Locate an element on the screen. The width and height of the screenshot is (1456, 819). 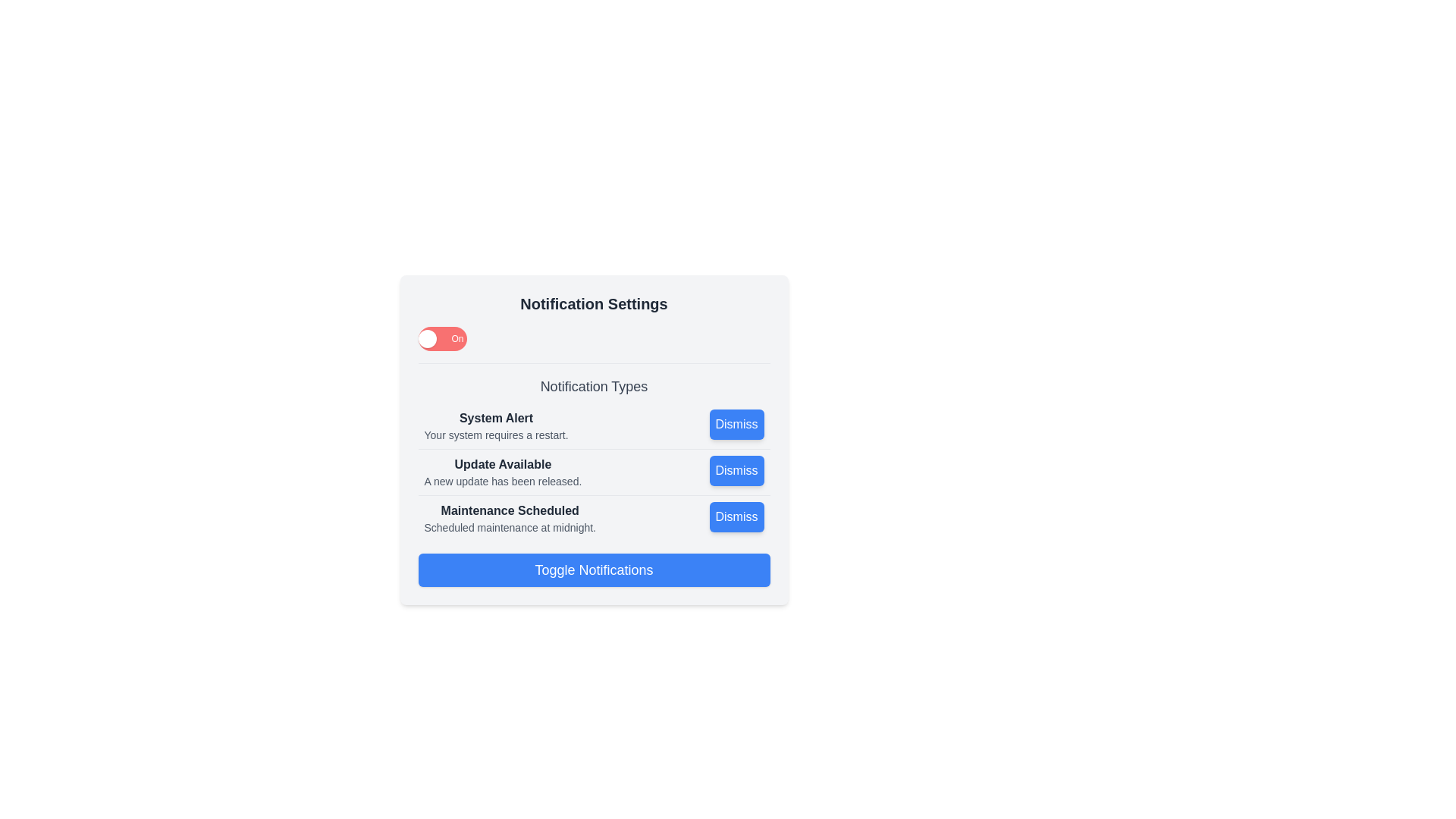
text from the third notification entry about the upcoming scheduled maintenance event, located below the 'Update Available' notification and above the 'Dismiss' button is located at coordinates (510, 517).